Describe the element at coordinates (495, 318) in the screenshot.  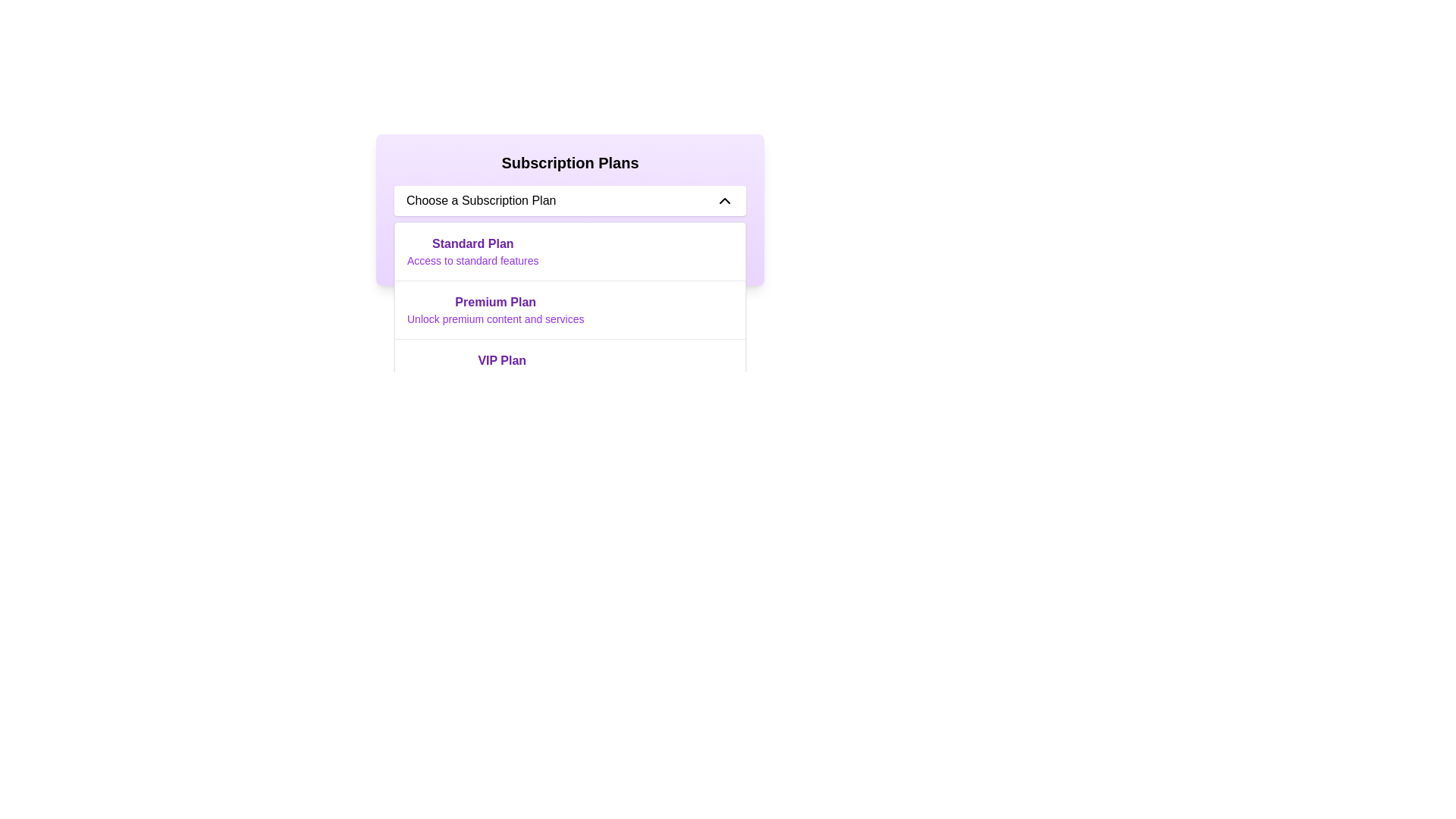
I see `descriptive text label located under the 'Premium Plan' option in the subscription dropdown interface` at that location.